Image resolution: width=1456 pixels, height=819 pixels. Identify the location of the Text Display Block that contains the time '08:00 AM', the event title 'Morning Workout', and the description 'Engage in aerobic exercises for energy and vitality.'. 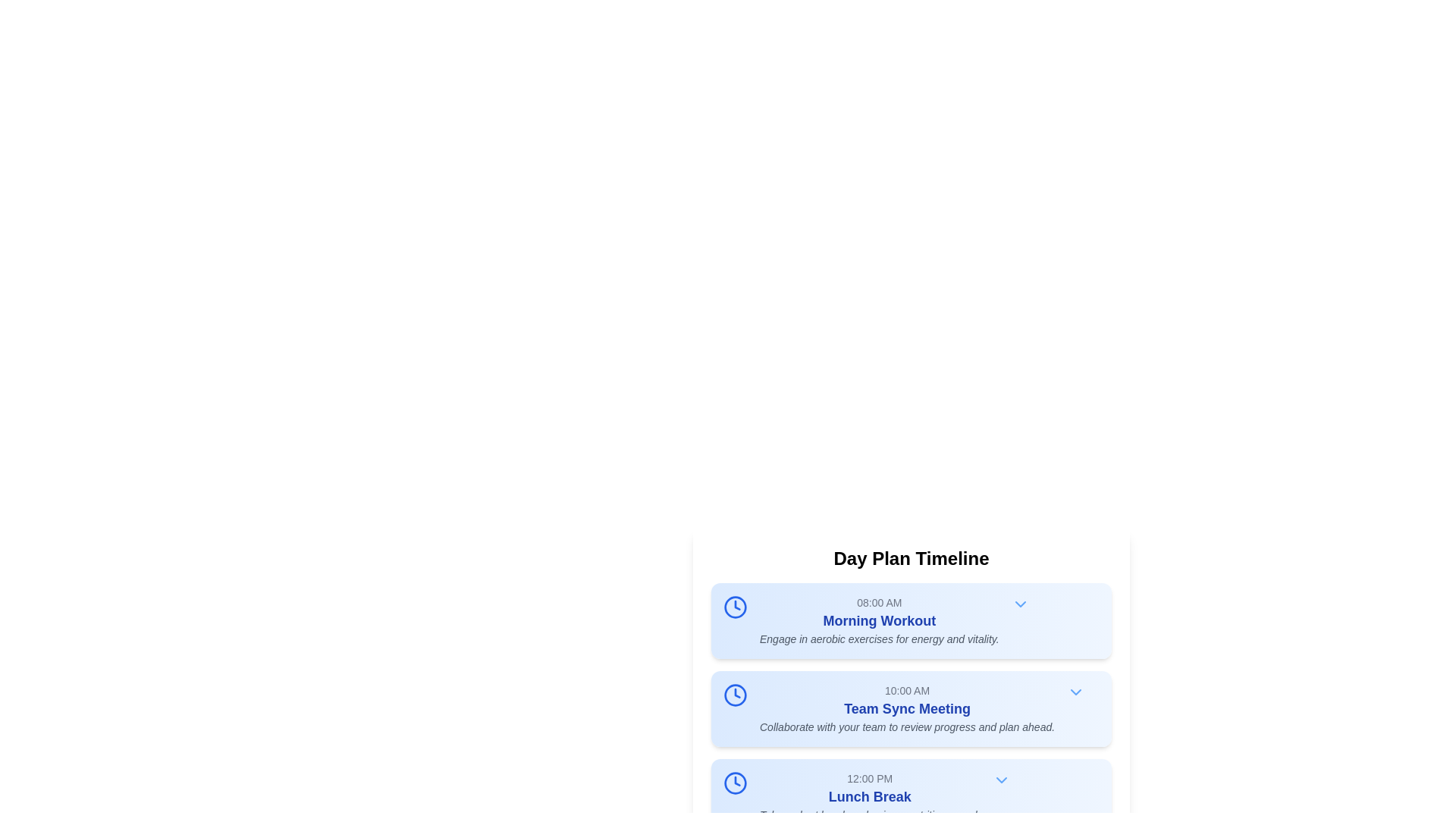
(879, 620).